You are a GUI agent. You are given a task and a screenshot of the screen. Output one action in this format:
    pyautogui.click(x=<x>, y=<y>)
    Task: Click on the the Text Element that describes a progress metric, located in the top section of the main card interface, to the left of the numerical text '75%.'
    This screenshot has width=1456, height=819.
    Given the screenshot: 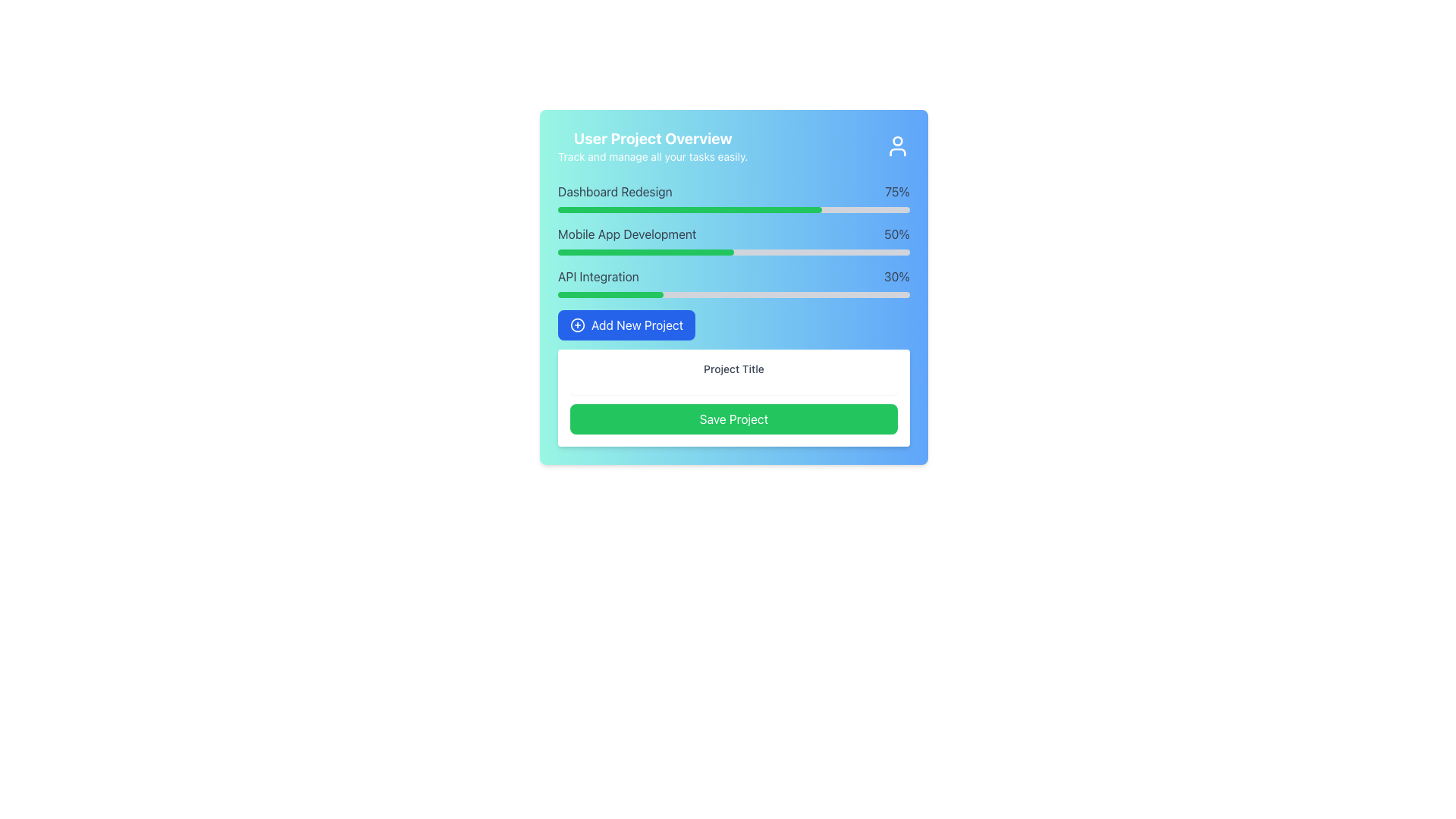 What is the action you would take?
    pyautogui.click(x=615, y=191)
    